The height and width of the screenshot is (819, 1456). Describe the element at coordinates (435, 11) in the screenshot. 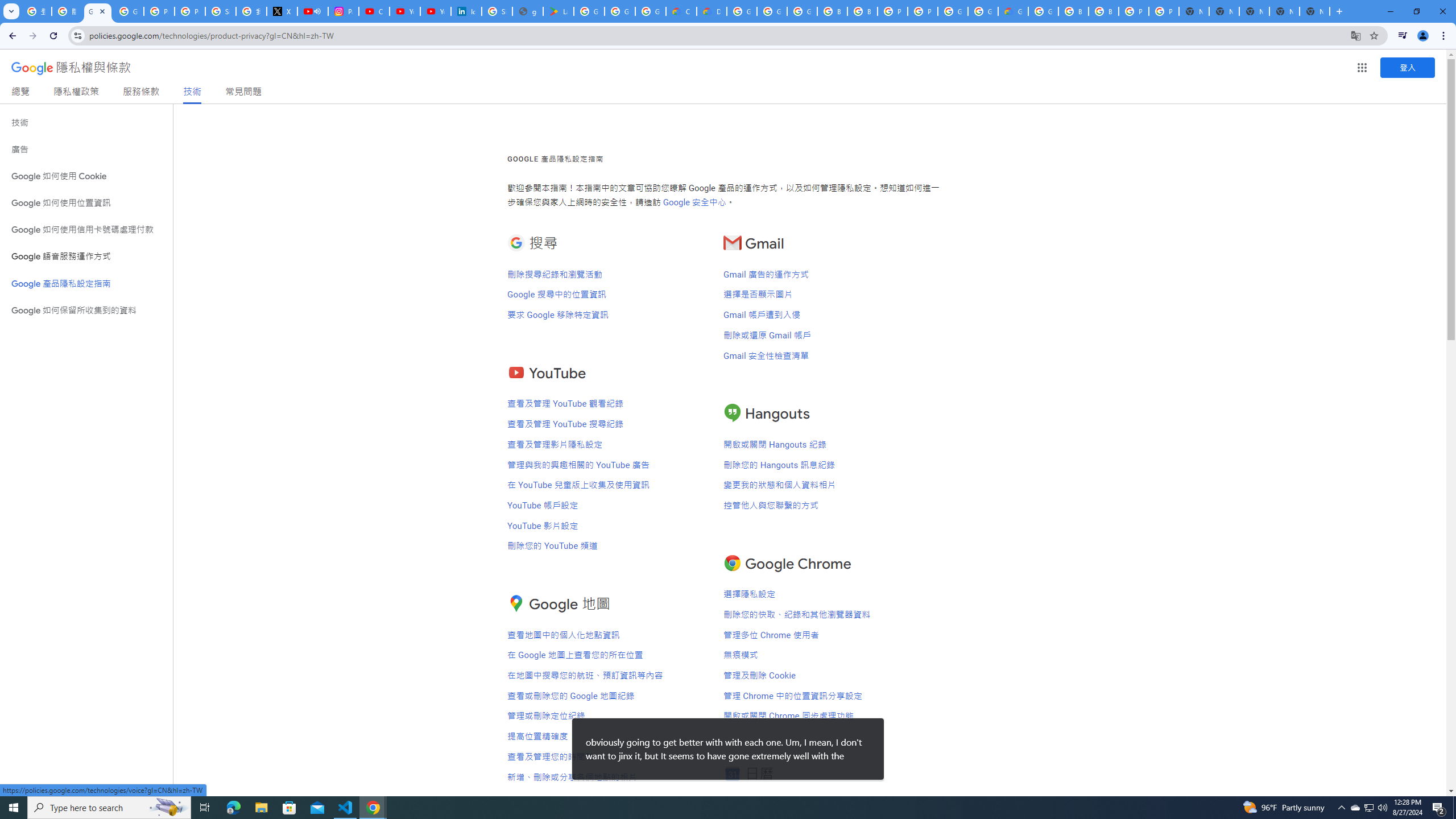

I see `'YouTube Culture & Trends - YouTube Top 10, 2021'` at that location.